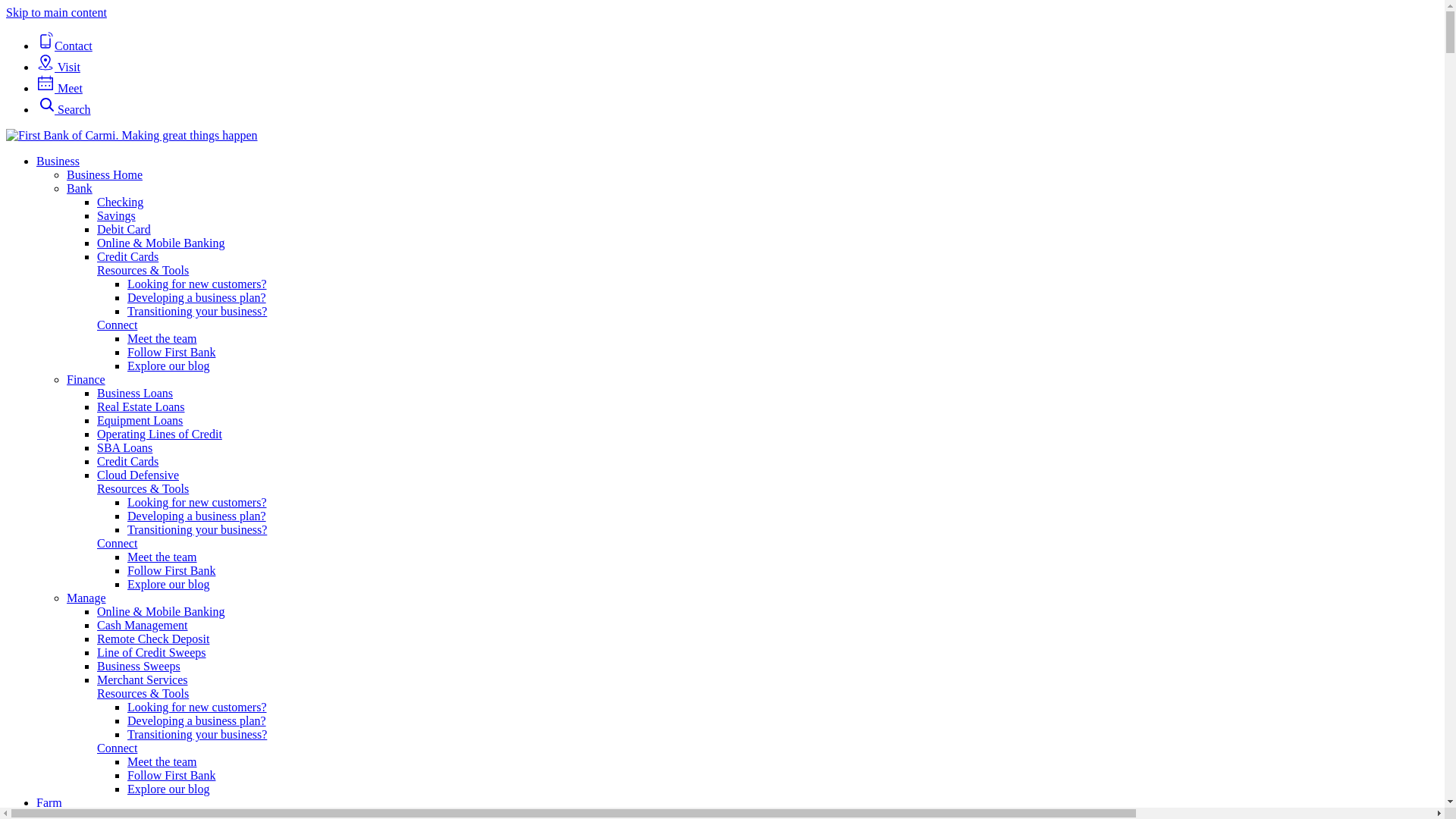 The height and width of the screenshot is (819, 1456). What do you see at coordinates (85, 378) in the screenshot?
I see `'Finance'` at bounding box center [85, 378].